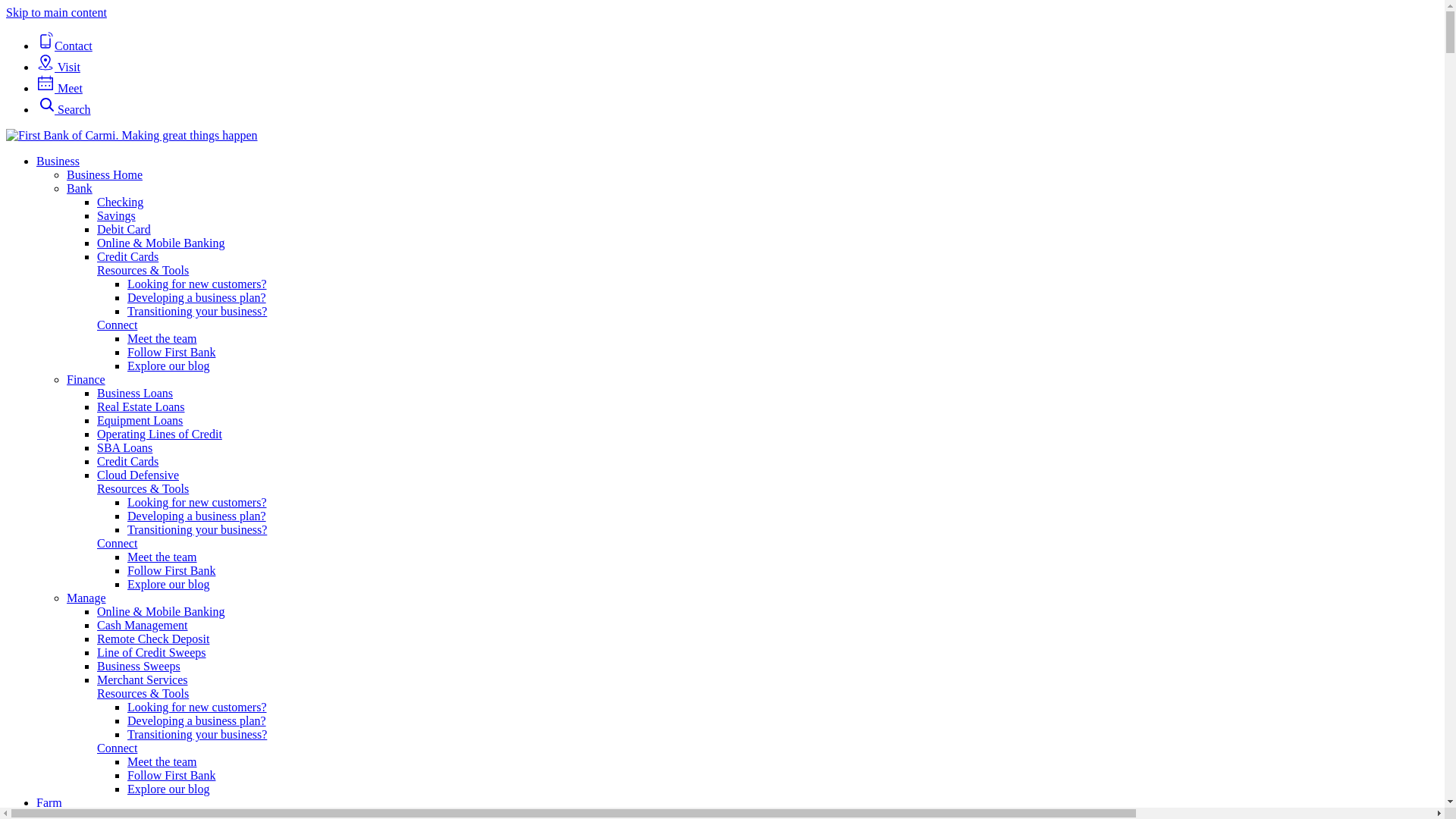 The height and width of the screenshot is (819, 1456). What do you see at coordinates (85, 378) in the screenshot?
I see `'Finance'` at bounding box center [85, 378].